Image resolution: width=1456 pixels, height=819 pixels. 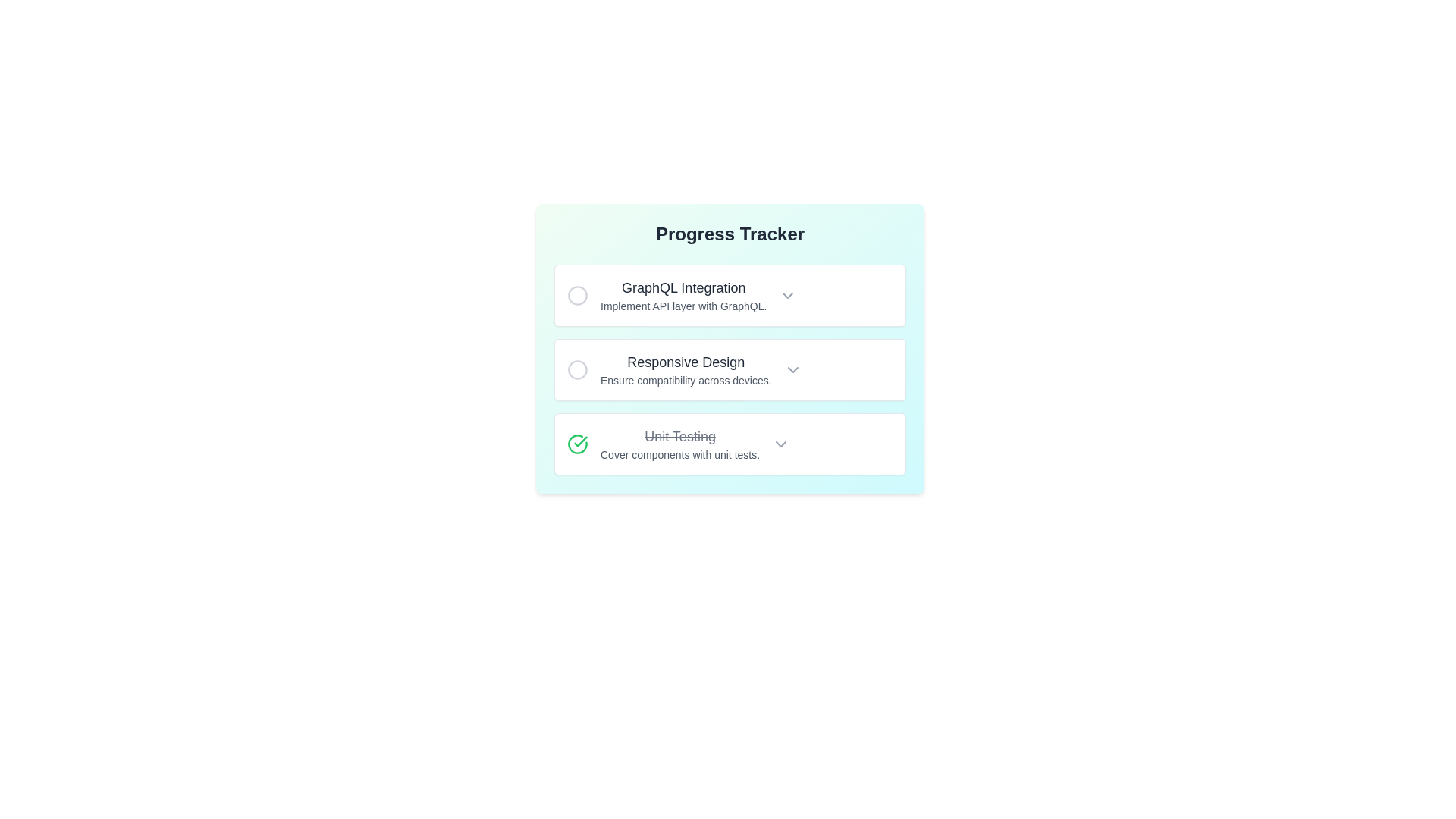 I want to click on the static text label reading 'Ensure compatibility across devices.' located below the 'Responsive Design' title in the Progress Tracker interface, so click(x=685, y=379).